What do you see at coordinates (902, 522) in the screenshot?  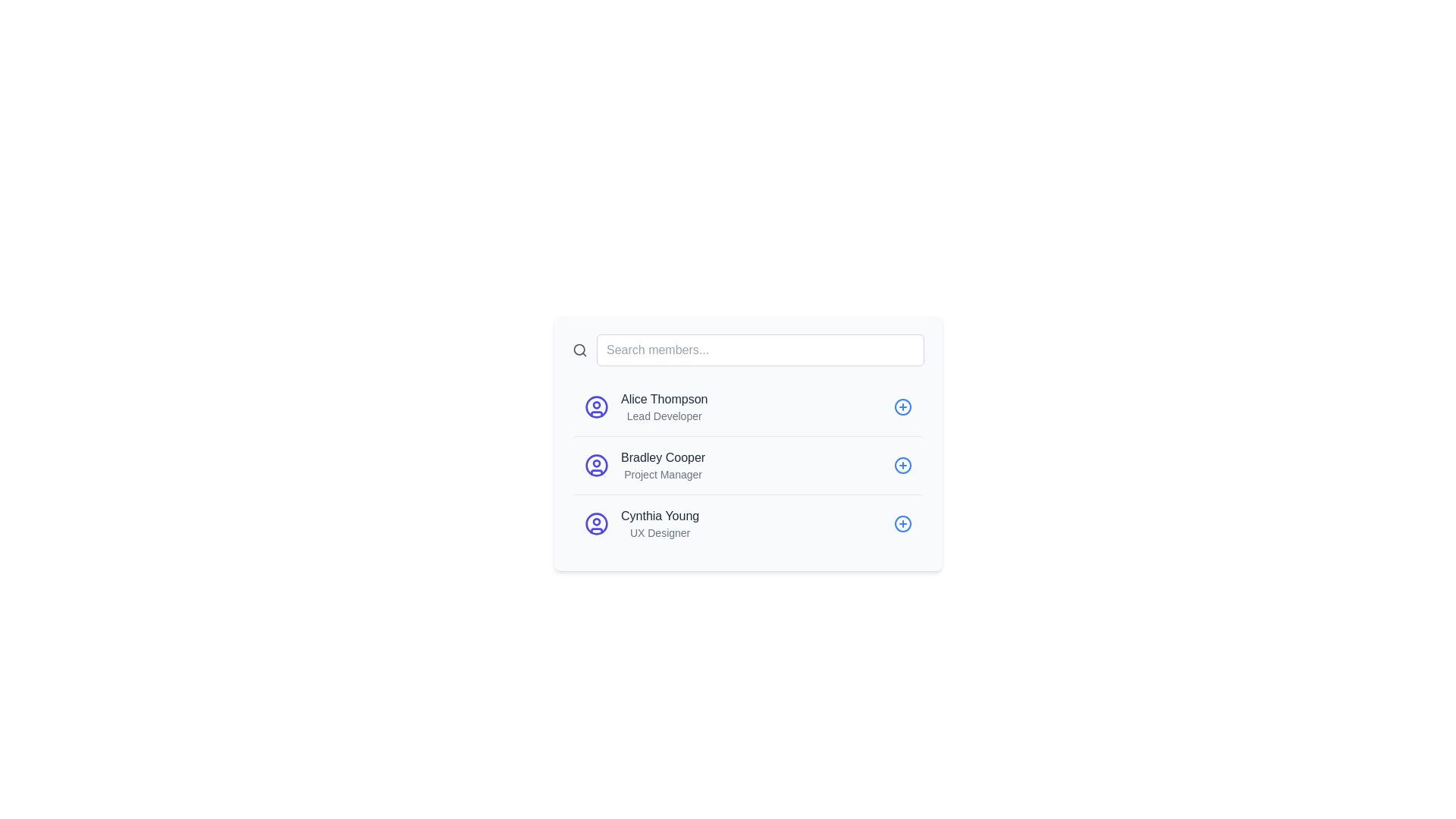 I see `the circular blue button with a plus sign located to the right of the 'Cynthia Young, UX Designer' item in the vertically stacked list` at bounding box center [902, 522].